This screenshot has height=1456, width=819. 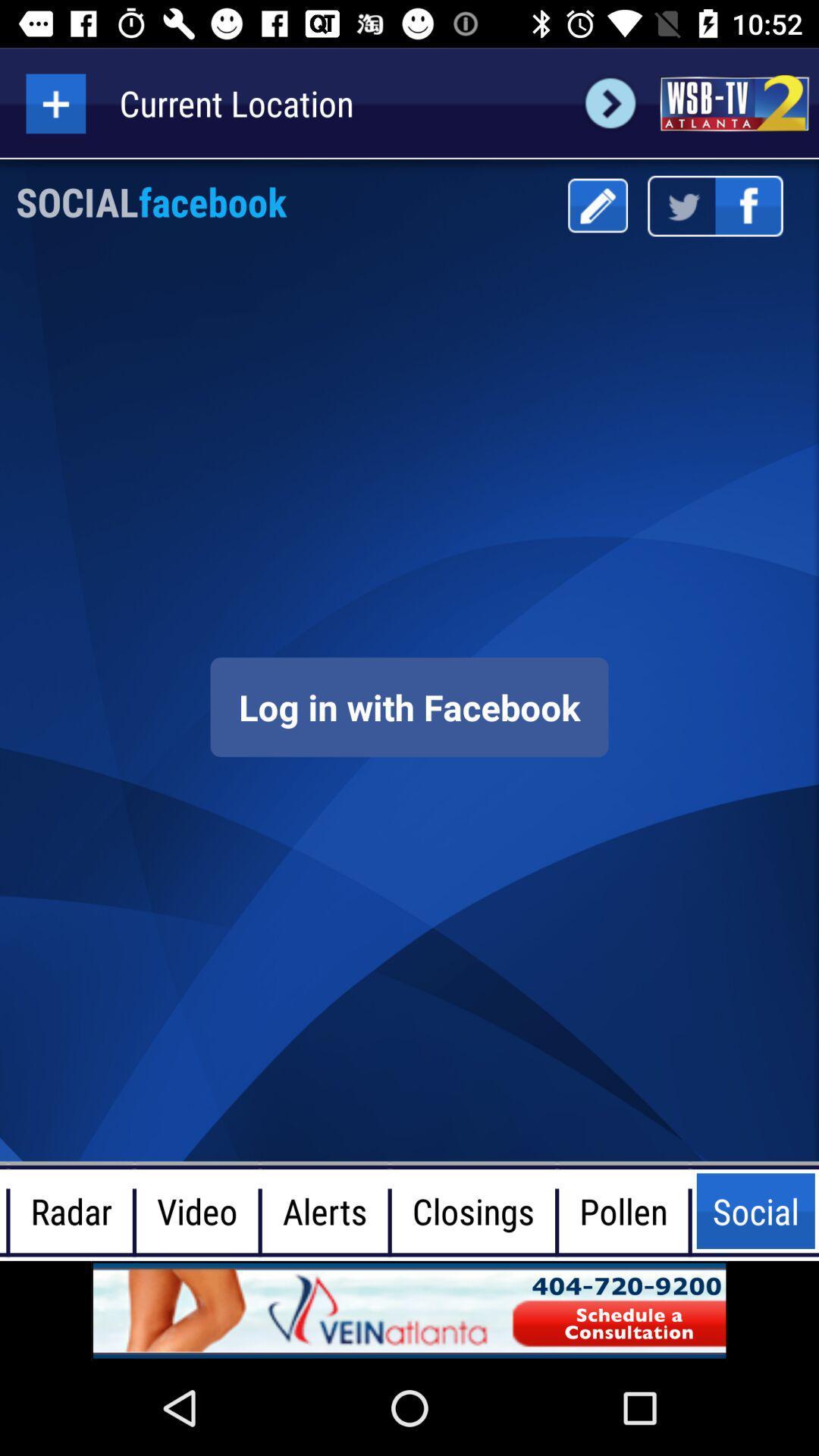 What do you see at coordinates (733, 102) in the screenshot?
I see `news page` at bounding box center [733, 102].